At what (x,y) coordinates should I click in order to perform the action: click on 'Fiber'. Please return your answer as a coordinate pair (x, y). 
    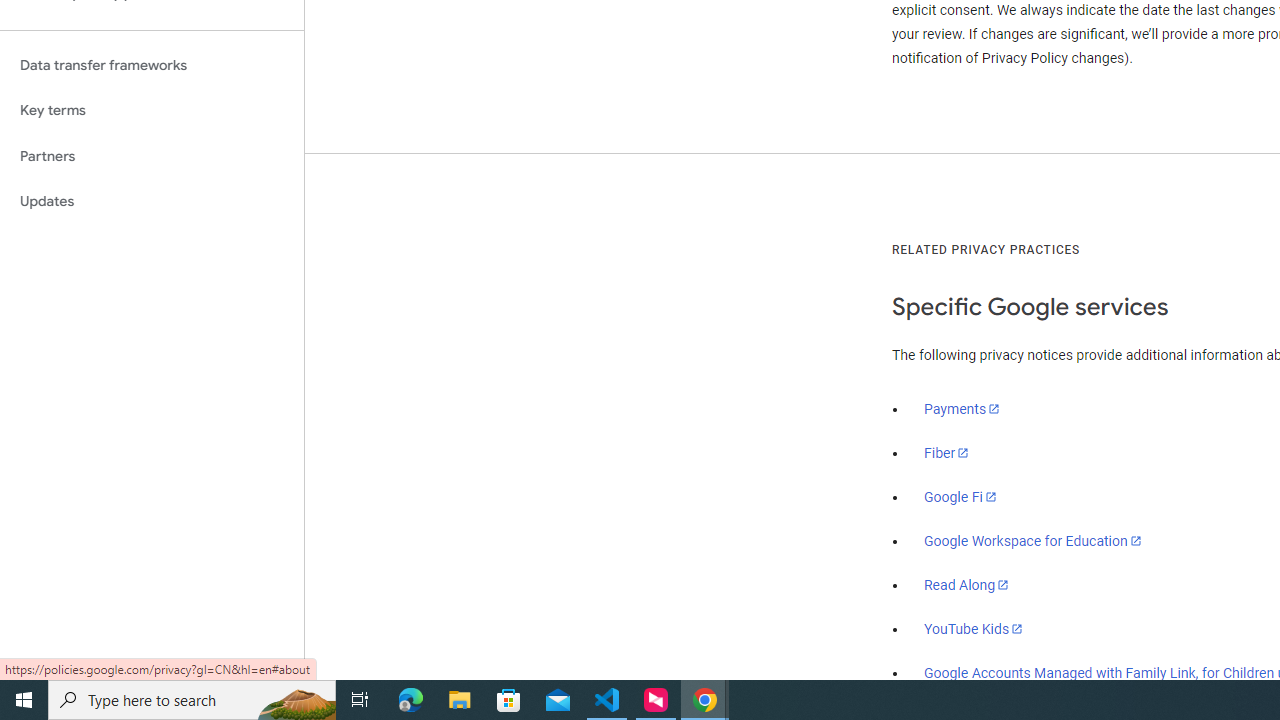
    Looking at the image, I should click on (946, 453).